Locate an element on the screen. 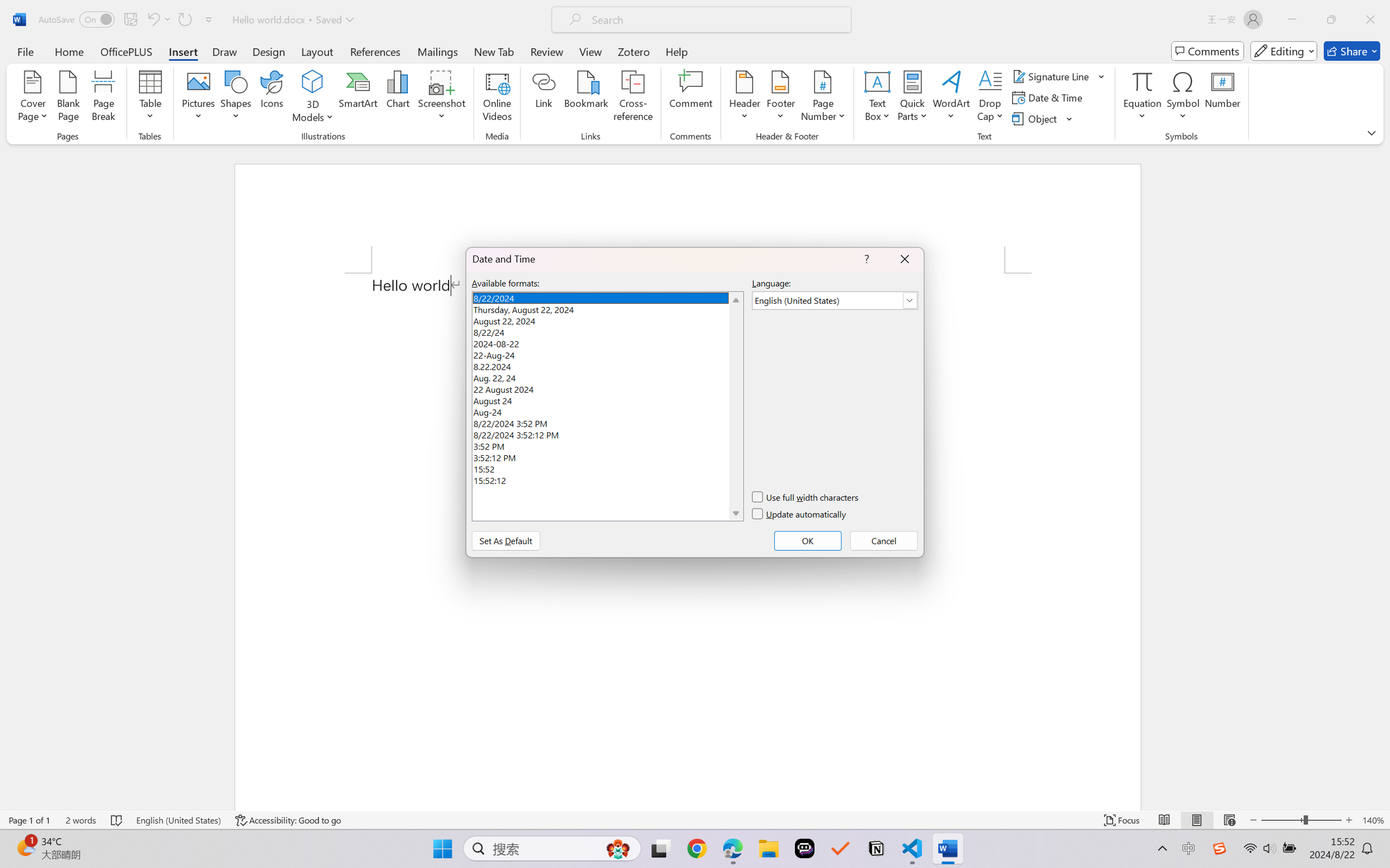  'Cancel' is located at coordinates (883, 540).